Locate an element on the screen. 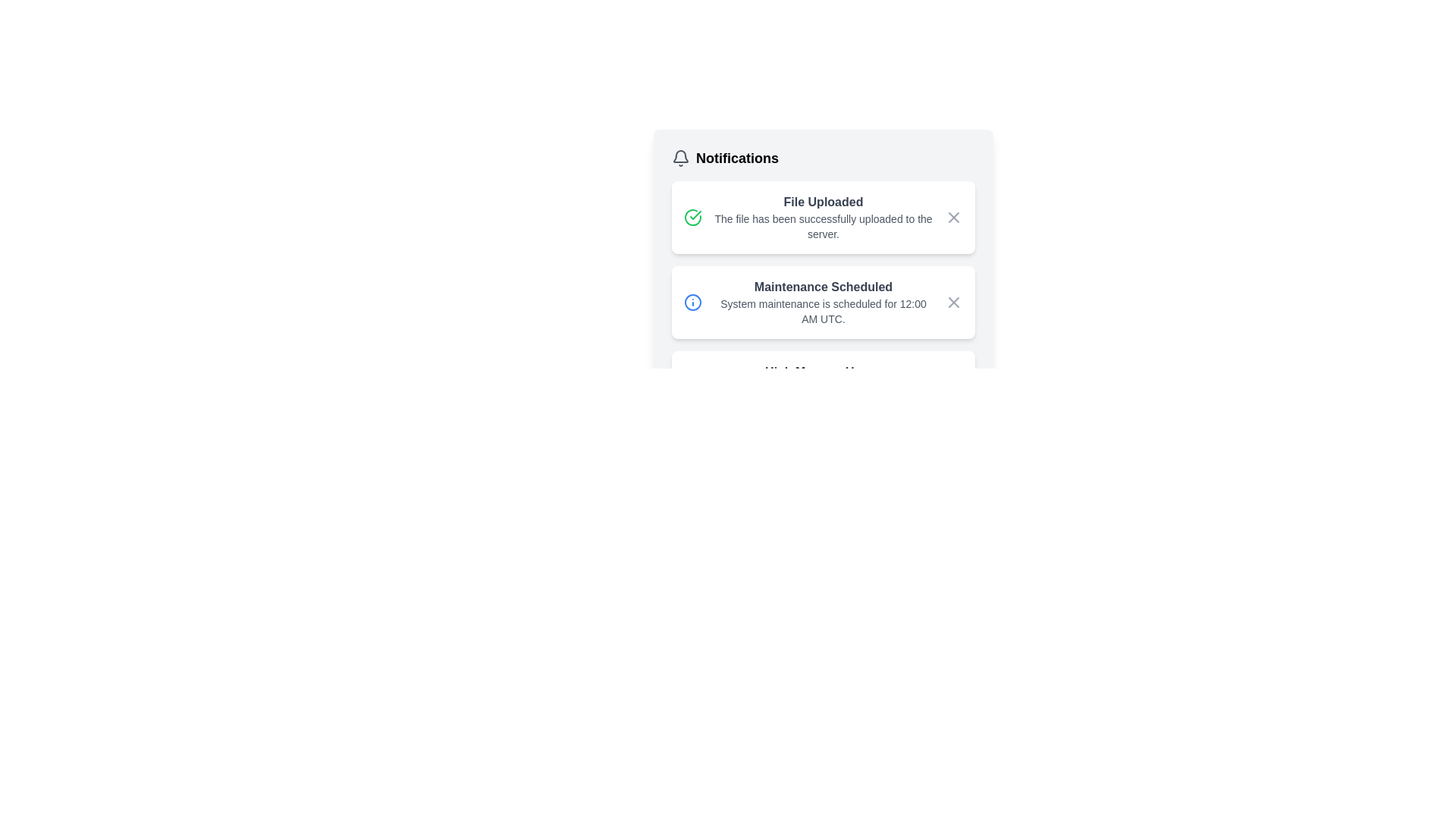  the text label that serves as the title of the notification, summarizing it as 'Maintenance Scheduled', located in the second notification entry in a vertical stack is located at coordinates (822, 287).